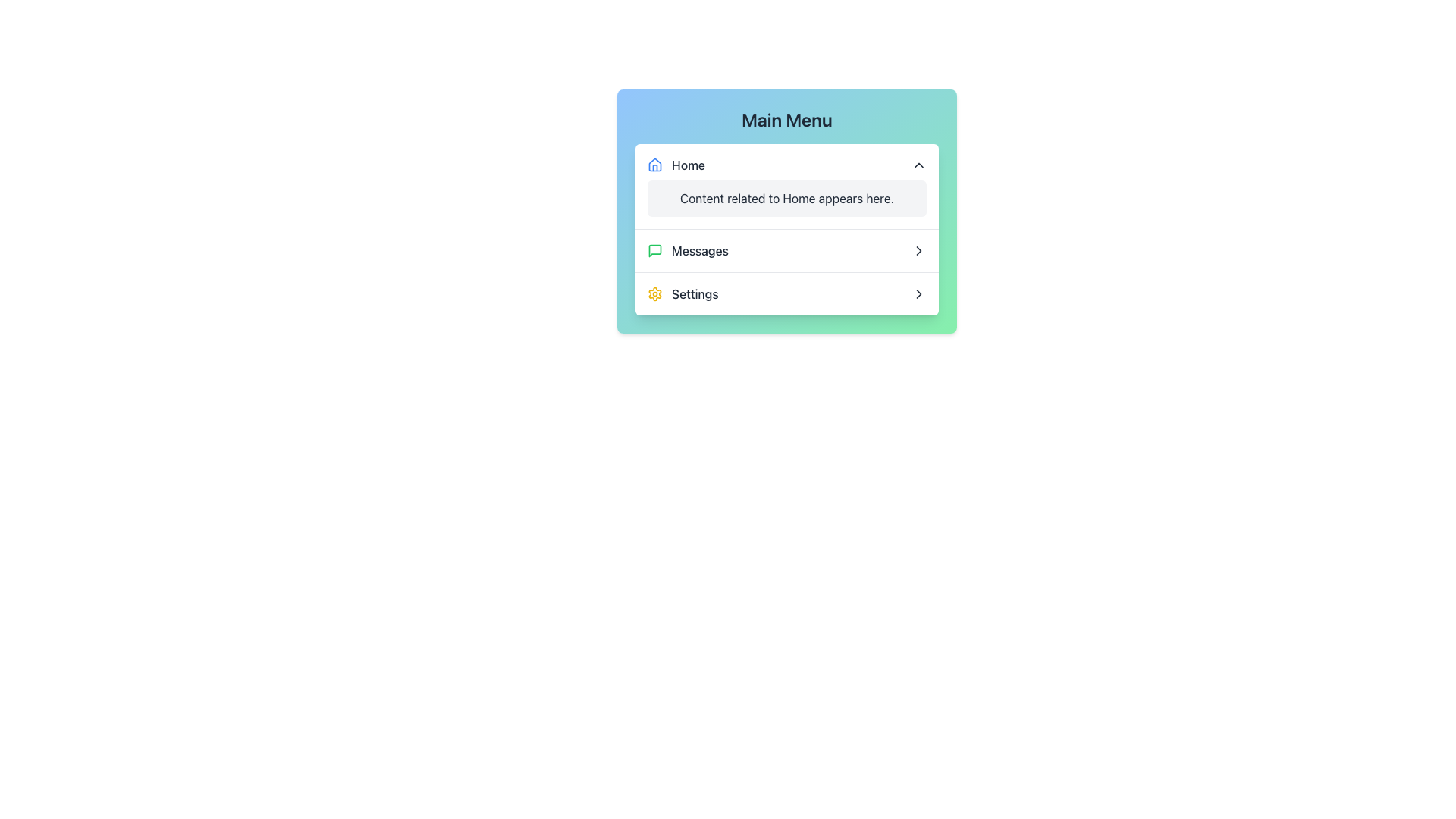 The width and height of the screenshot is (1456, 819). What do you see at coordinates (918, 250) in the screenshot?
I see `the rightward chevron icon located to the right of the 'Messages' text` at bounding box center [918, 250].